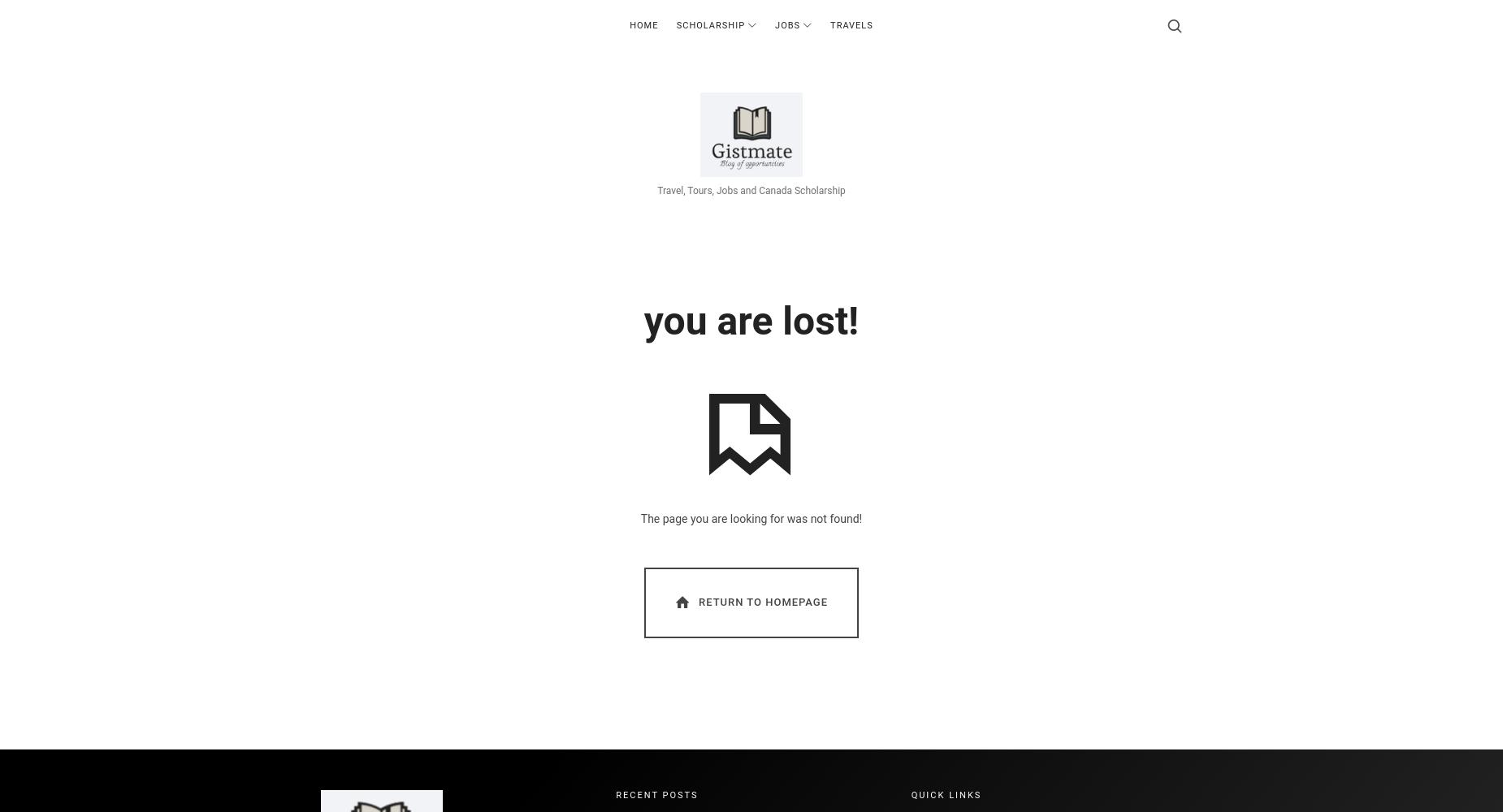  Describe the element at coordinates (774, 25) in the screenshot. I see `'Jobs'` at that location.